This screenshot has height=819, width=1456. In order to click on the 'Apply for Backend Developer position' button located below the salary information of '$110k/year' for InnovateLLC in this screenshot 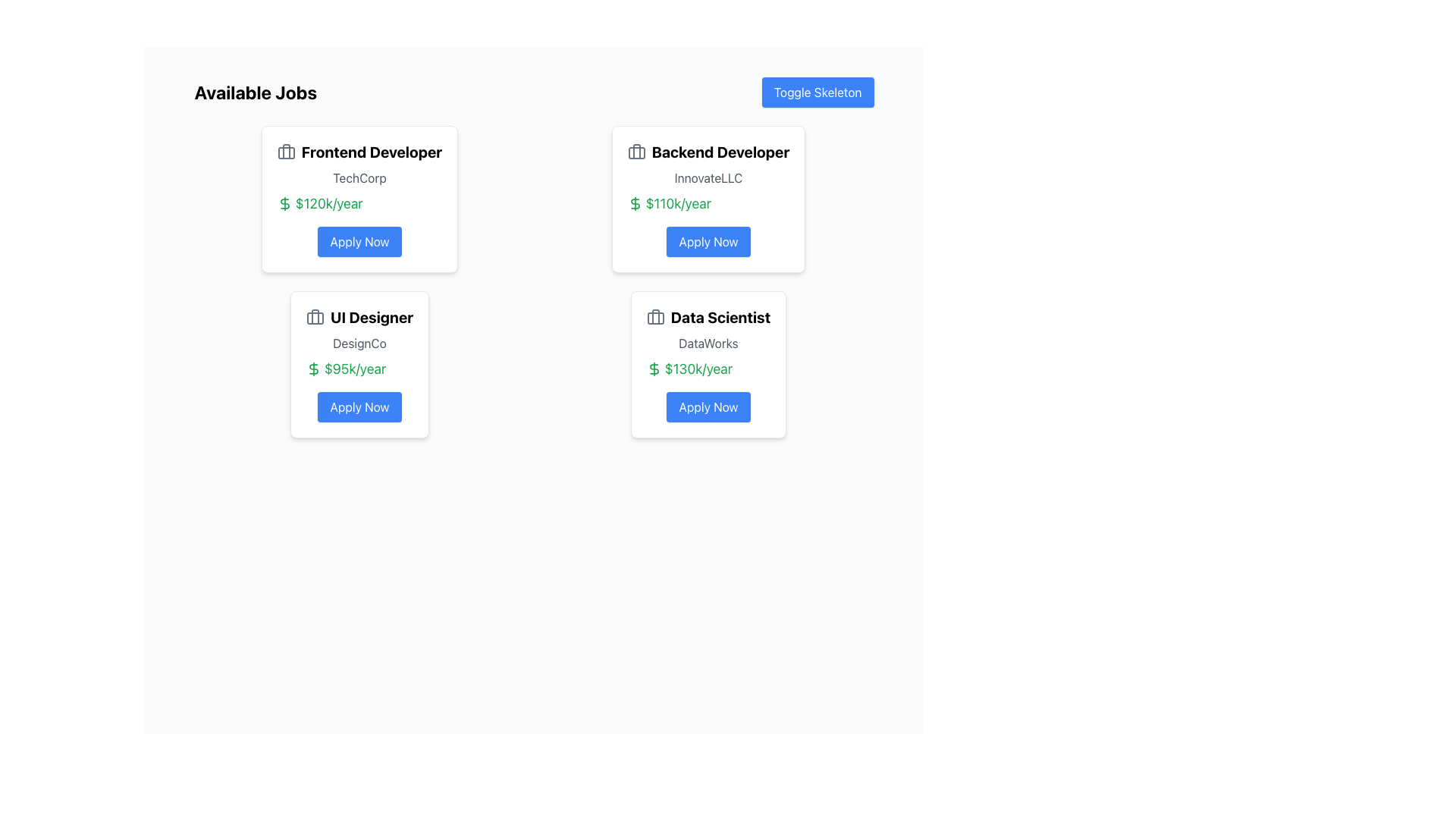, I will do `click(708, 241)`.